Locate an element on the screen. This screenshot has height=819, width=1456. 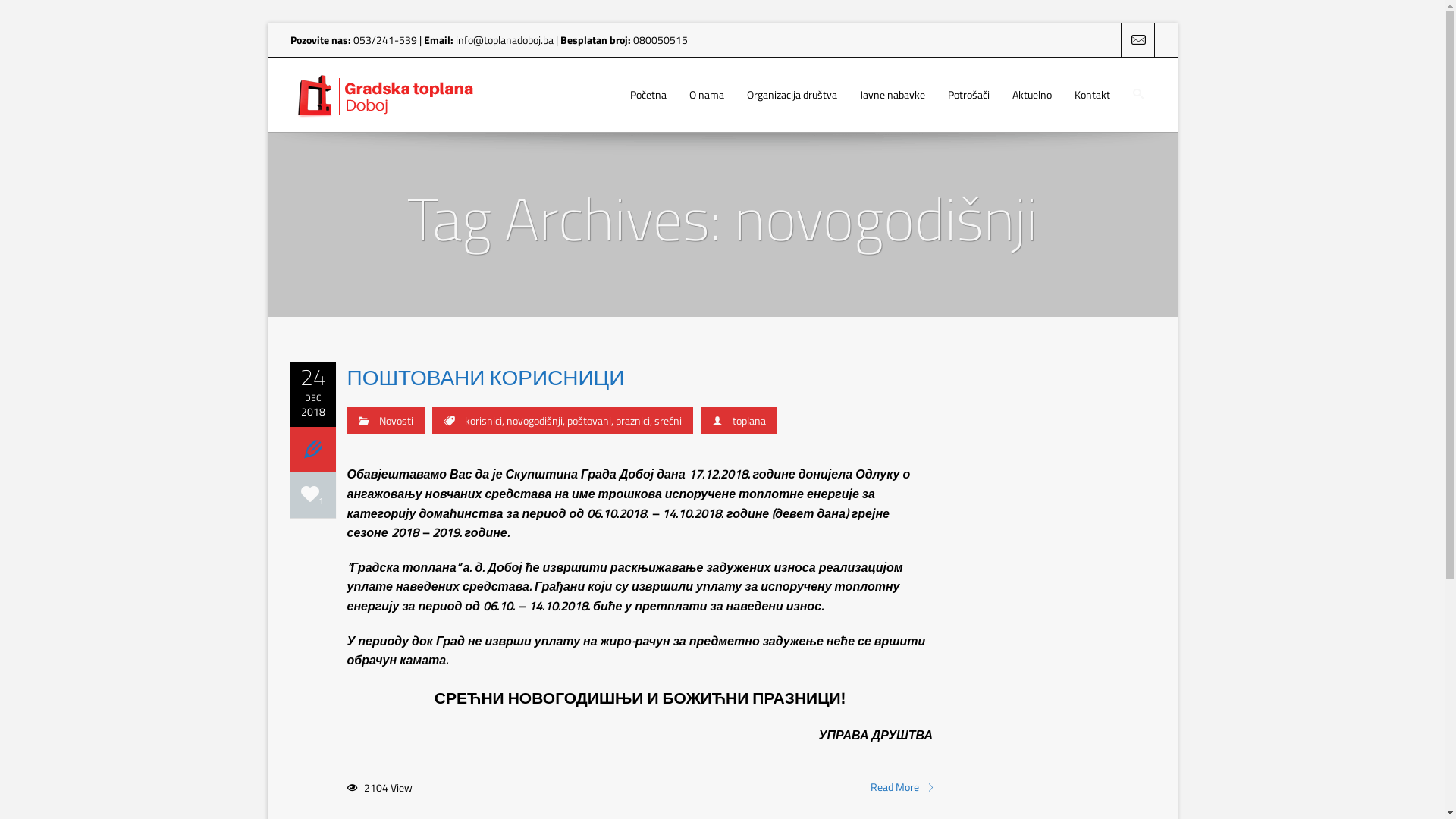
'korisnici' is located at coordinates (482, 420).